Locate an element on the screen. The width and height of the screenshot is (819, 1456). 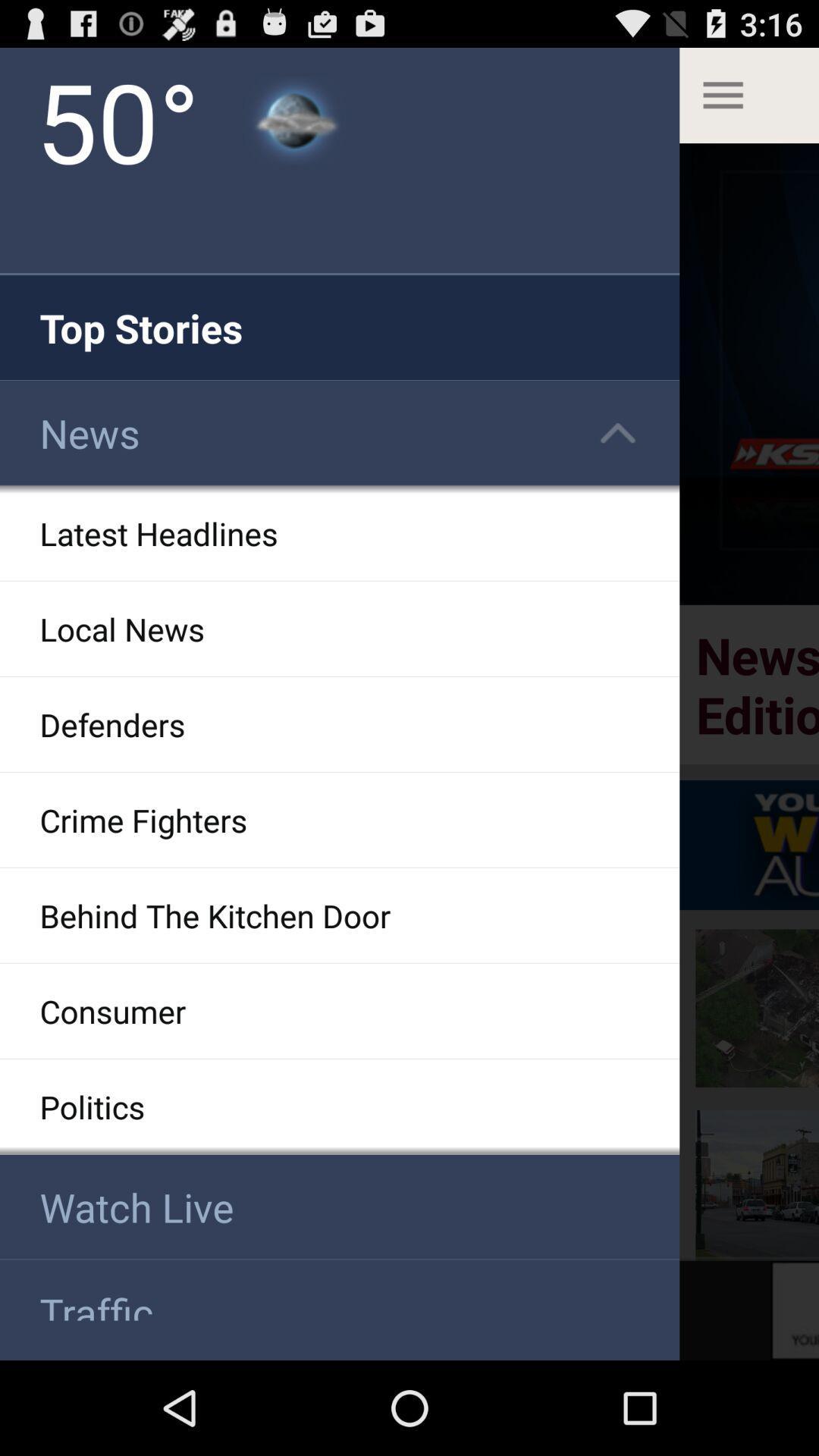
the first image on the bottom right corner is located at coordinates (757, 1185).